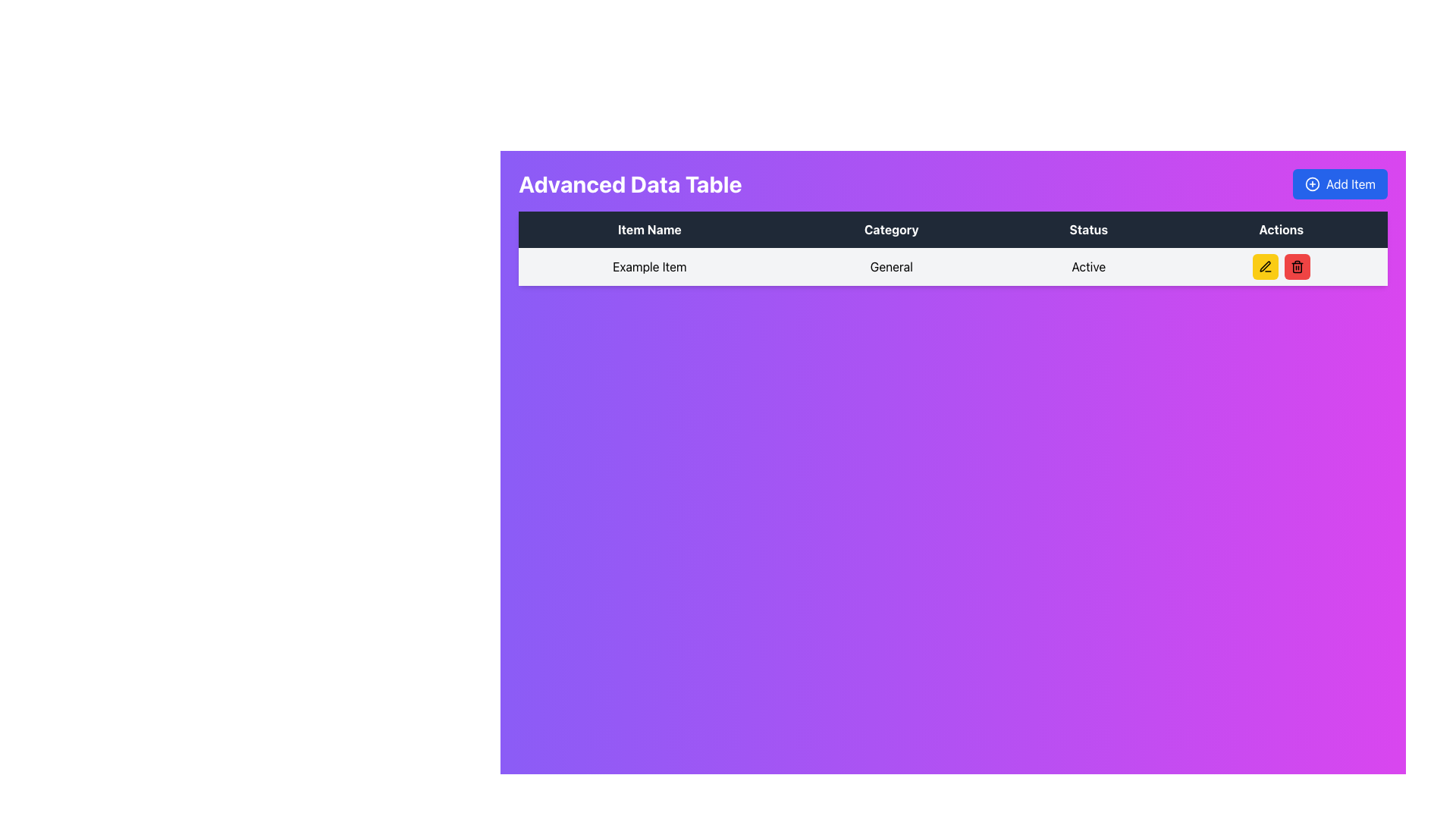  Describe the element at coordinates (1312, 184) in the screenshot. I see `the circular outline of the icon inside the 'Add Item' button located in the top-right corner of the interface` at that location.